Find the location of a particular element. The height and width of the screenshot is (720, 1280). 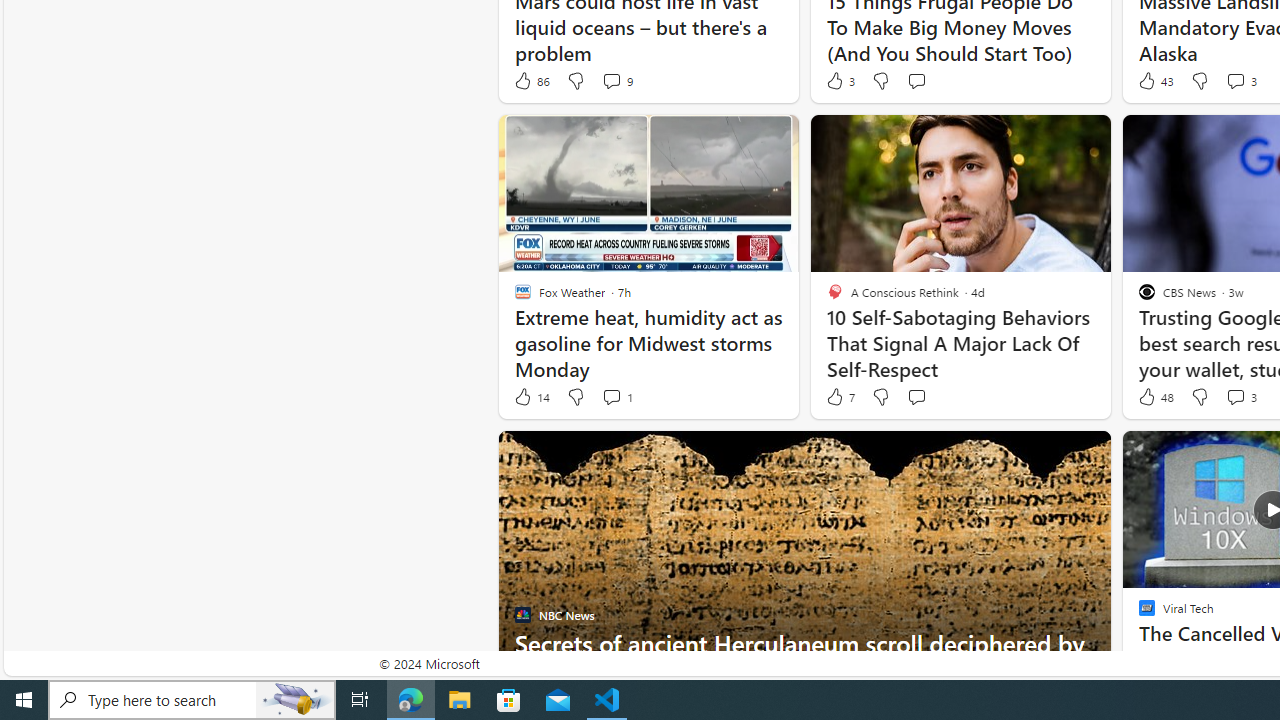

'48 Like' is located at coordinates (1154, 397).